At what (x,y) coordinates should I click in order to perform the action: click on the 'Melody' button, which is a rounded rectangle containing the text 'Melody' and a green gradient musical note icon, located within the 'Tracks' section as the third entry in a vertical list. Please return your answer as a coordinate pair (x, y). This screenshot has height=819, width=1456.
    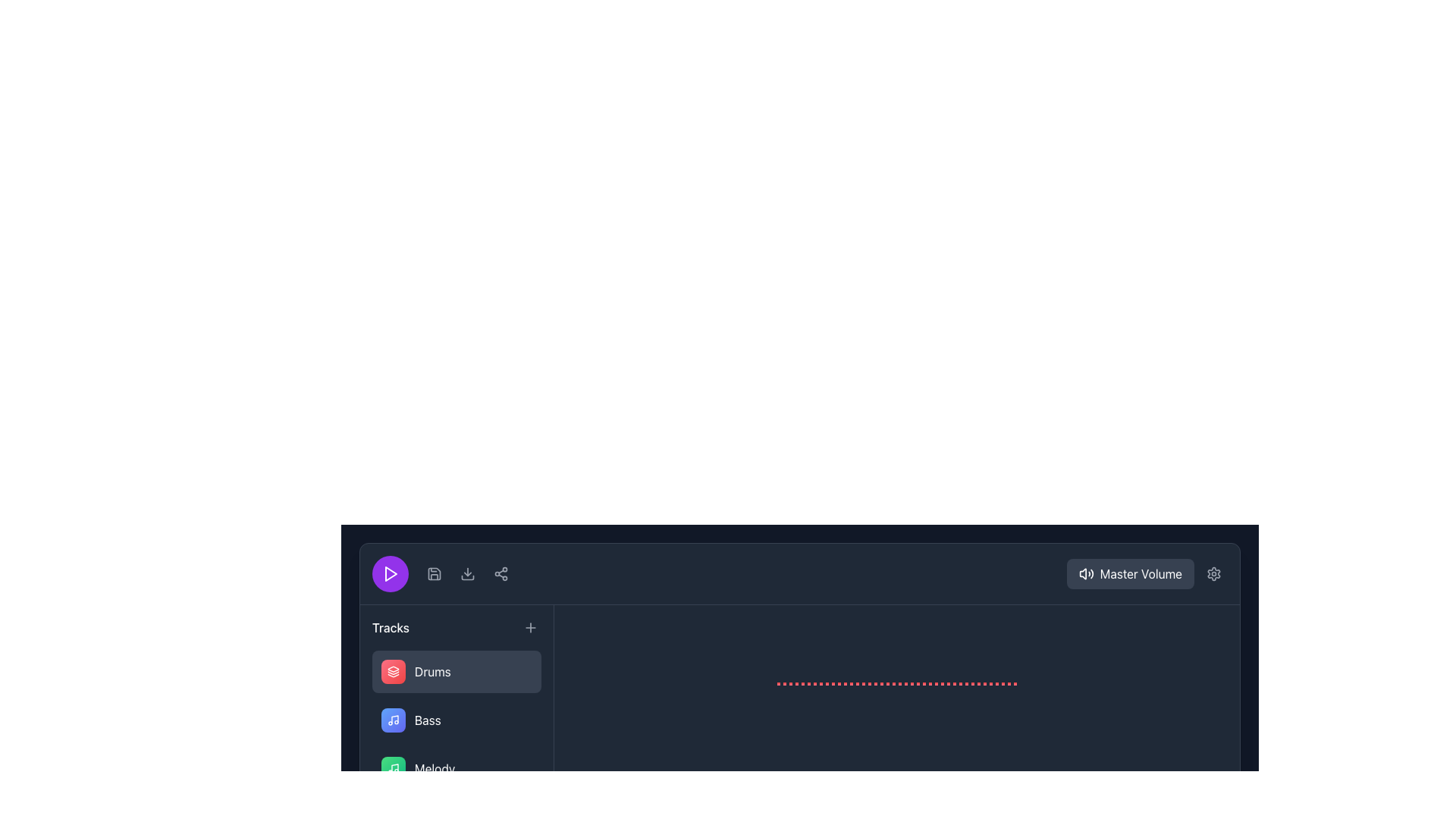
    Looking at the image, I should click on (456, 769).